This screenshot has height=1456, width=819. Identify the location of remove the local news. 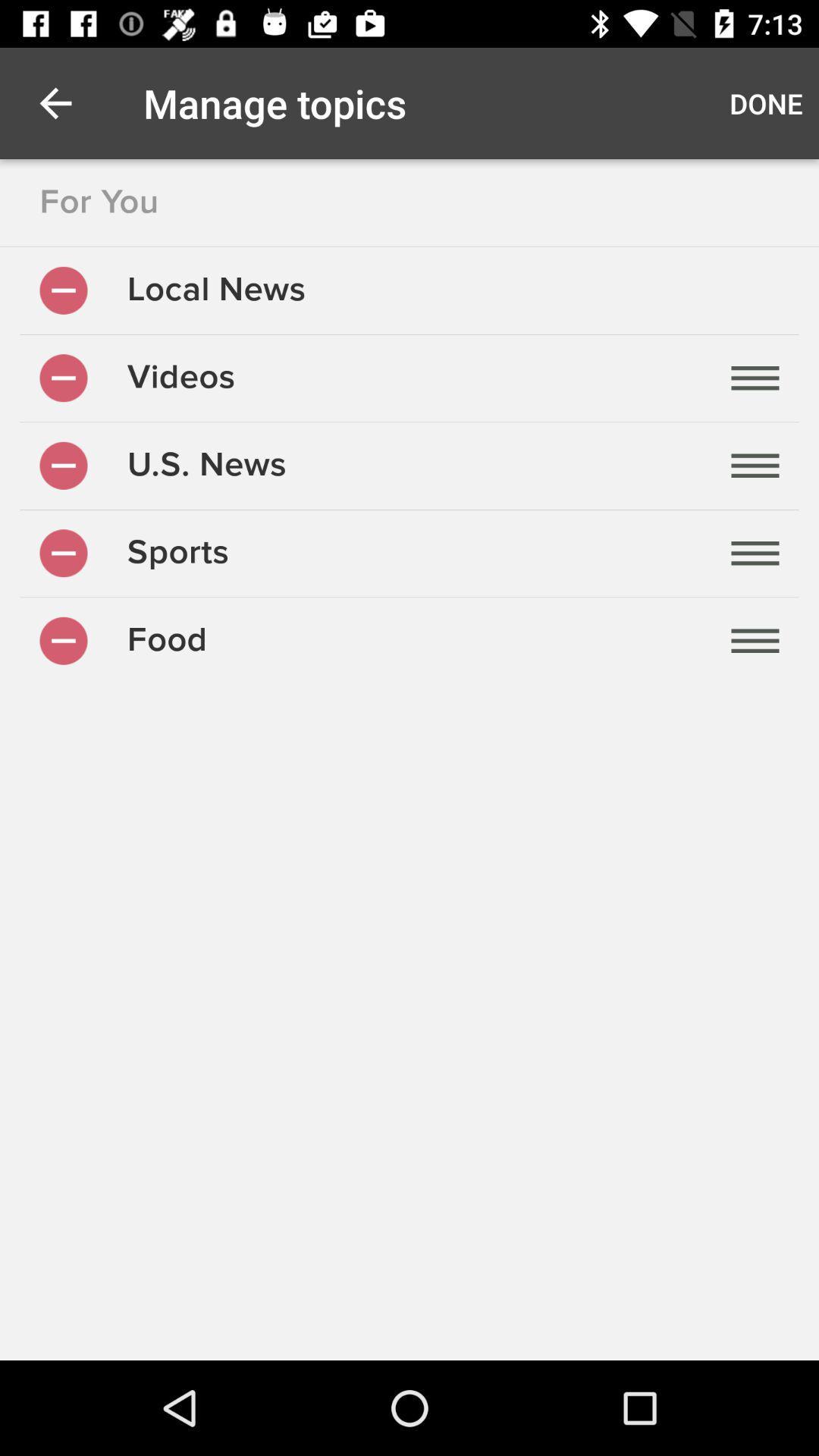
(63, 290).